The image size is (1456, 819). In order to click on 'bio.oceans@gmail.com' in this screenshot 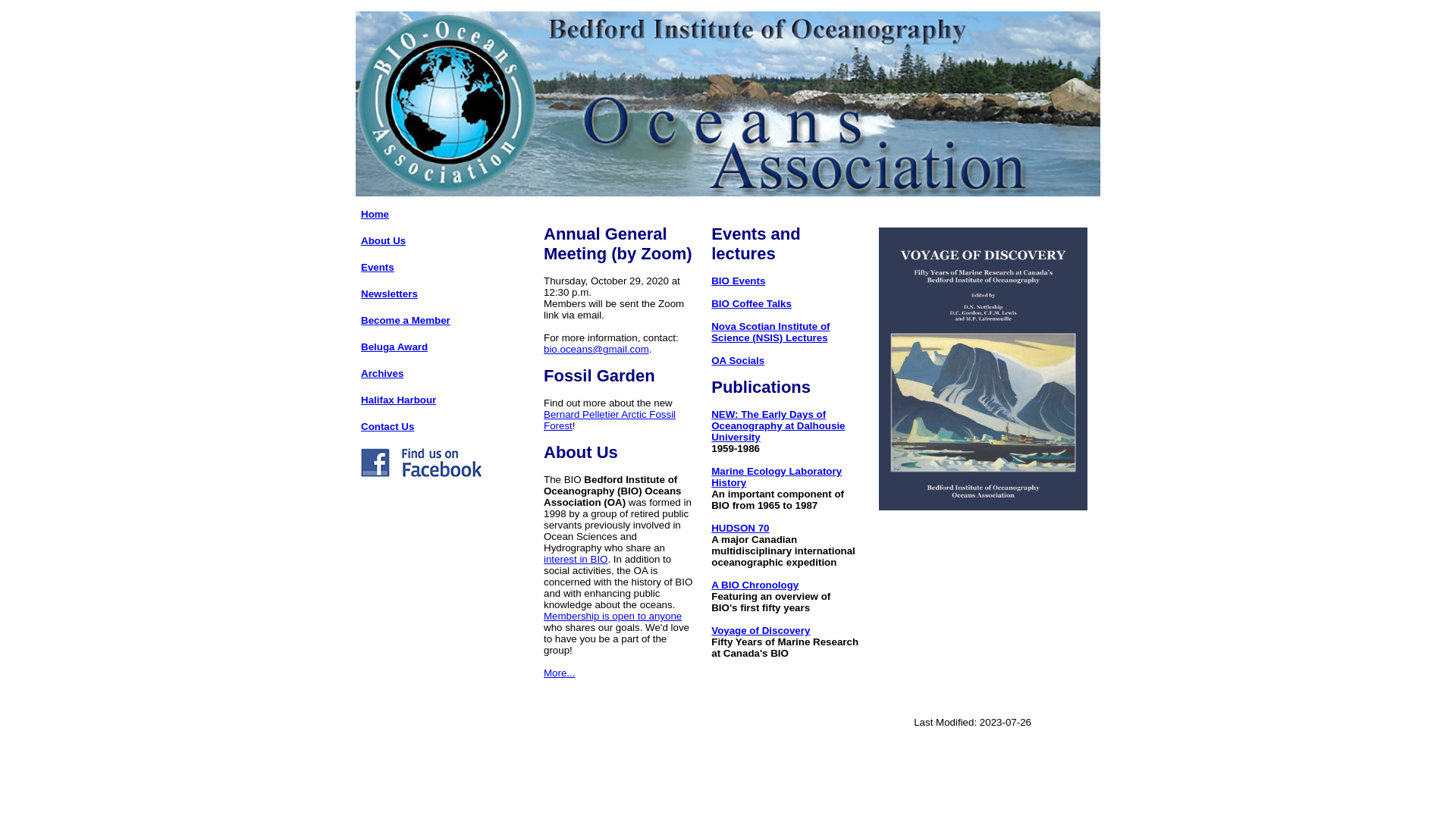, I will do `click(595, 349)`.